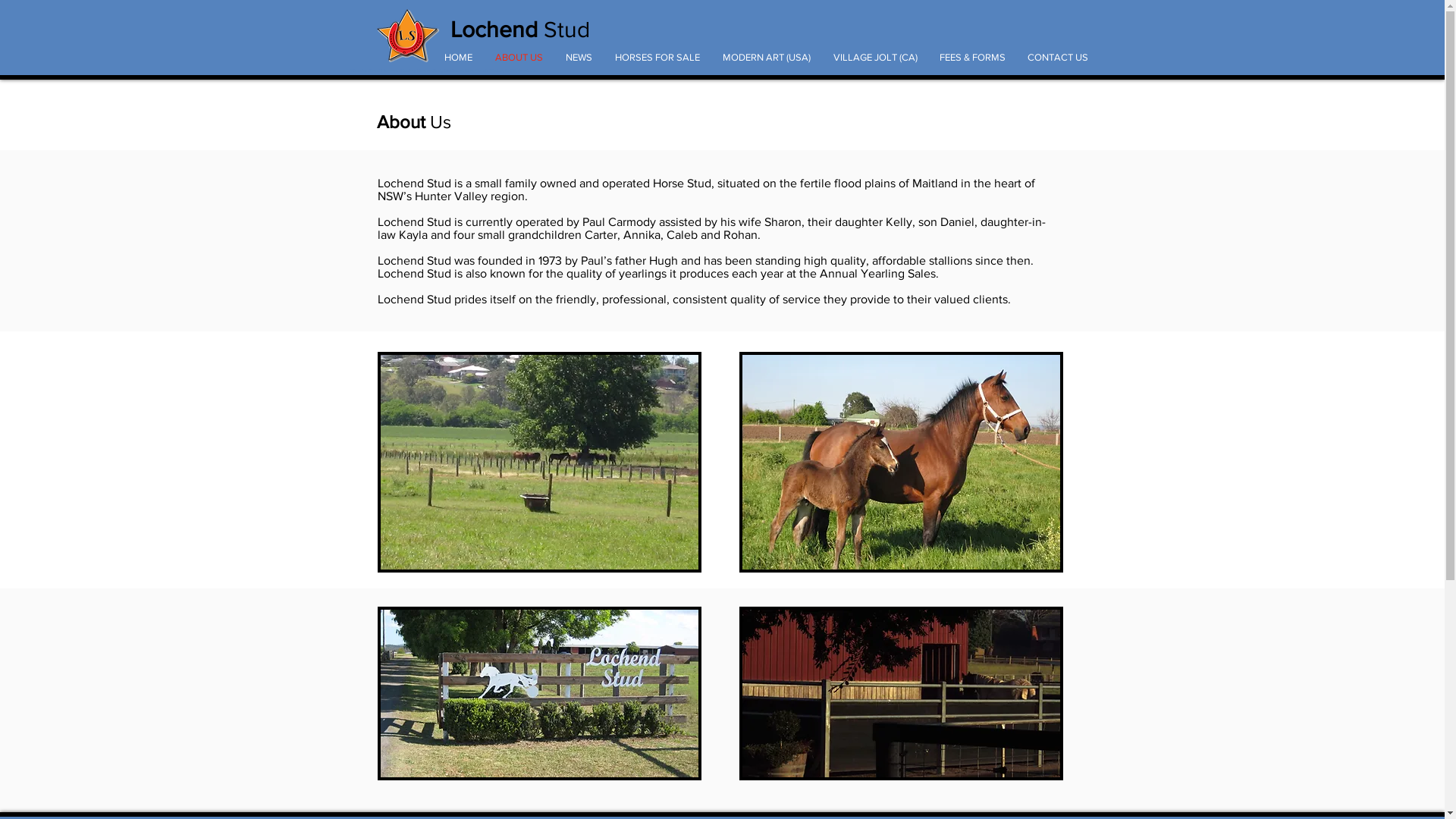 The height and width of the screenshot is (819, 1456). Describe the element at coordinates (519, 56) in the screenshot. I see `'ABOUT US'` at that location.